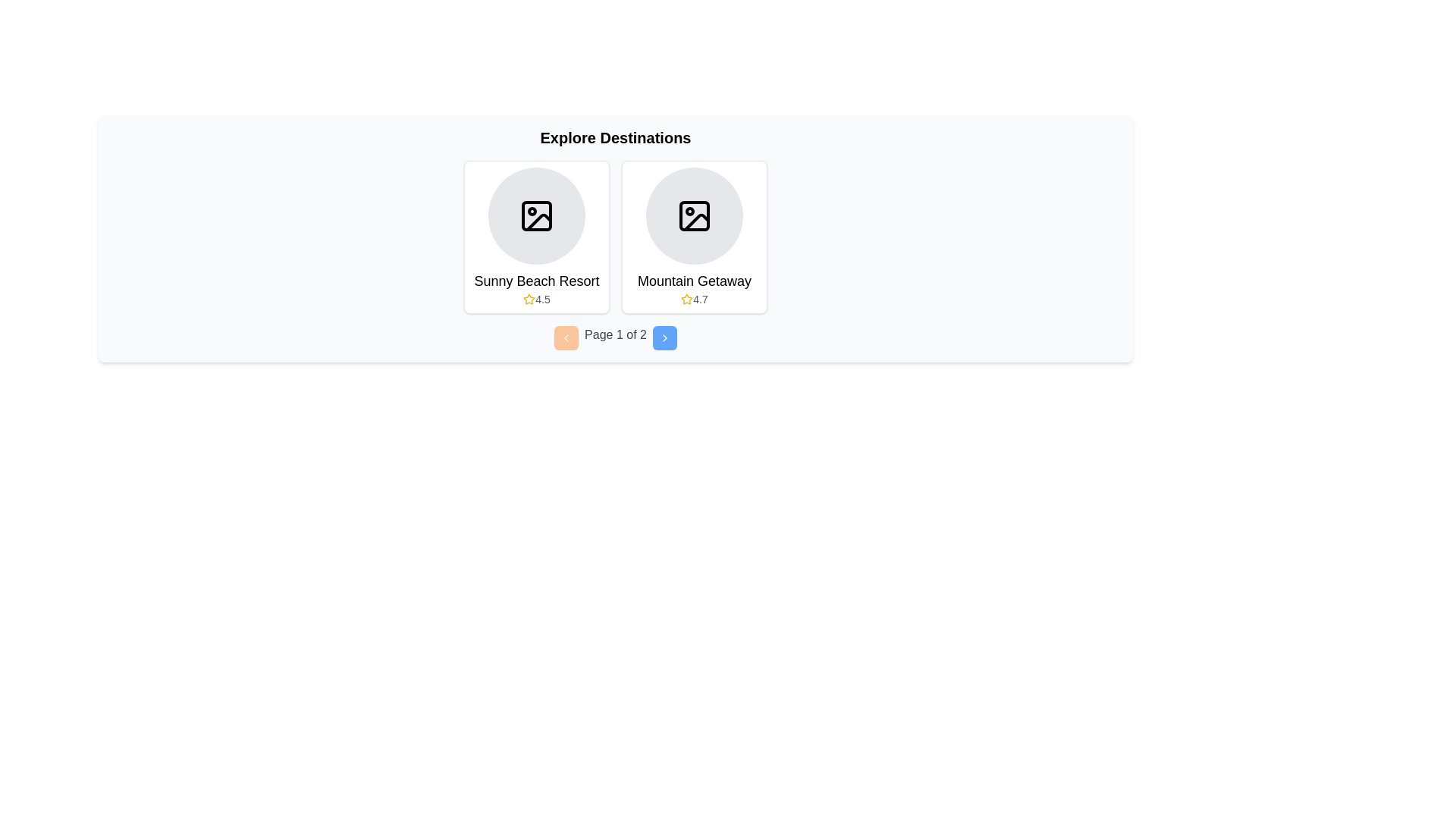  I want to click on the graphic icon representing the 'Mountain Getaway' destination, which features a rectangular border enclosing a circular and triangular shape in a monochromatic style, so click(694, 216).